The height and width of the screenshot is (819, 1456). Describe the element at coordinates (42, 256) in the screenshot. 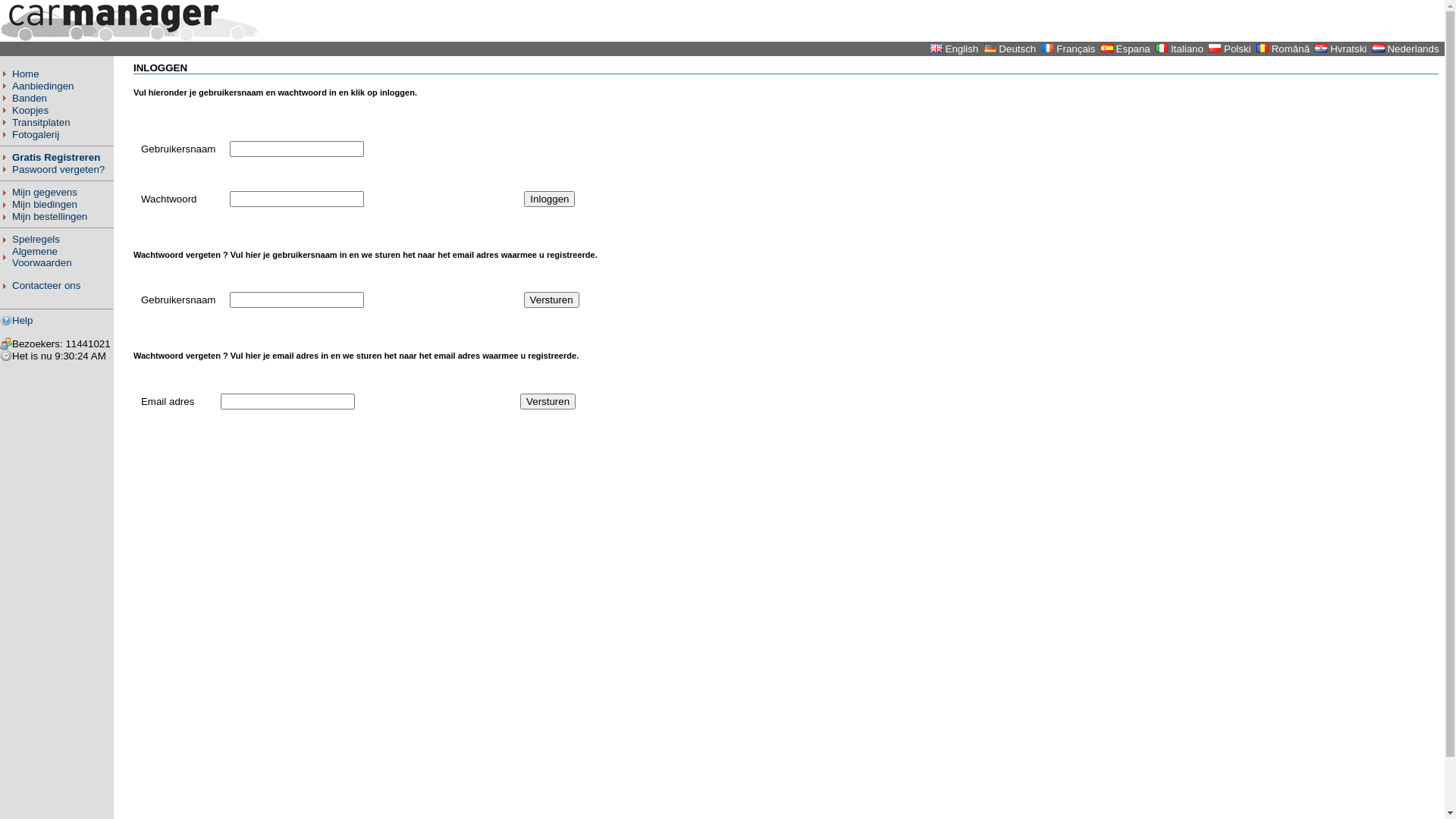

I see `'Algemene Voorwaarden'` at that location.